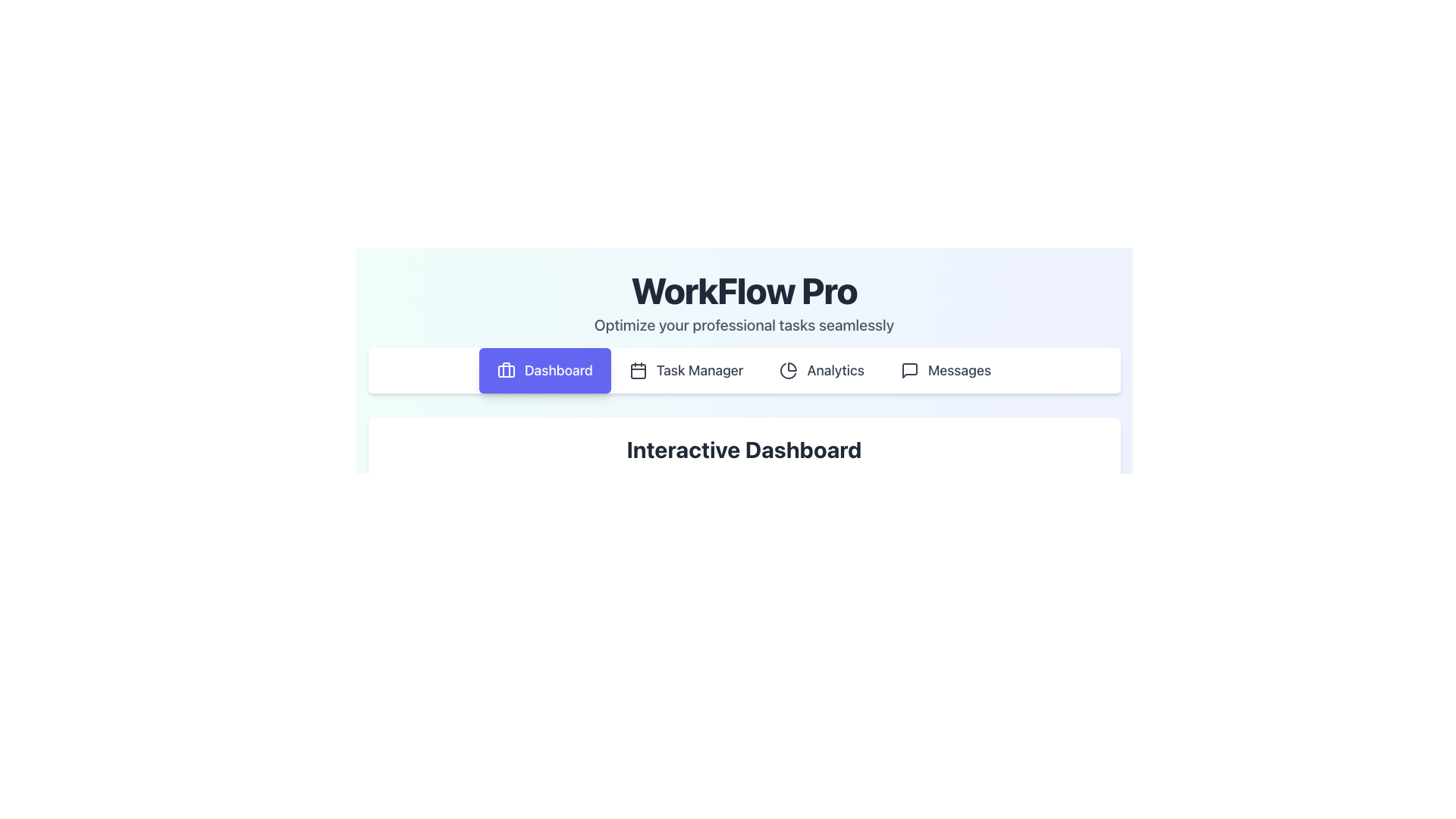 This screenshot has height=819, width=1456. Describe the element at coordinates (638, 371) in the screenshot. I see `the minimalistic square-shaped icon with rounded corners located within the calendar symbol, positioned between the 'Dashboard' button and the 'Analytics' button` at that location.